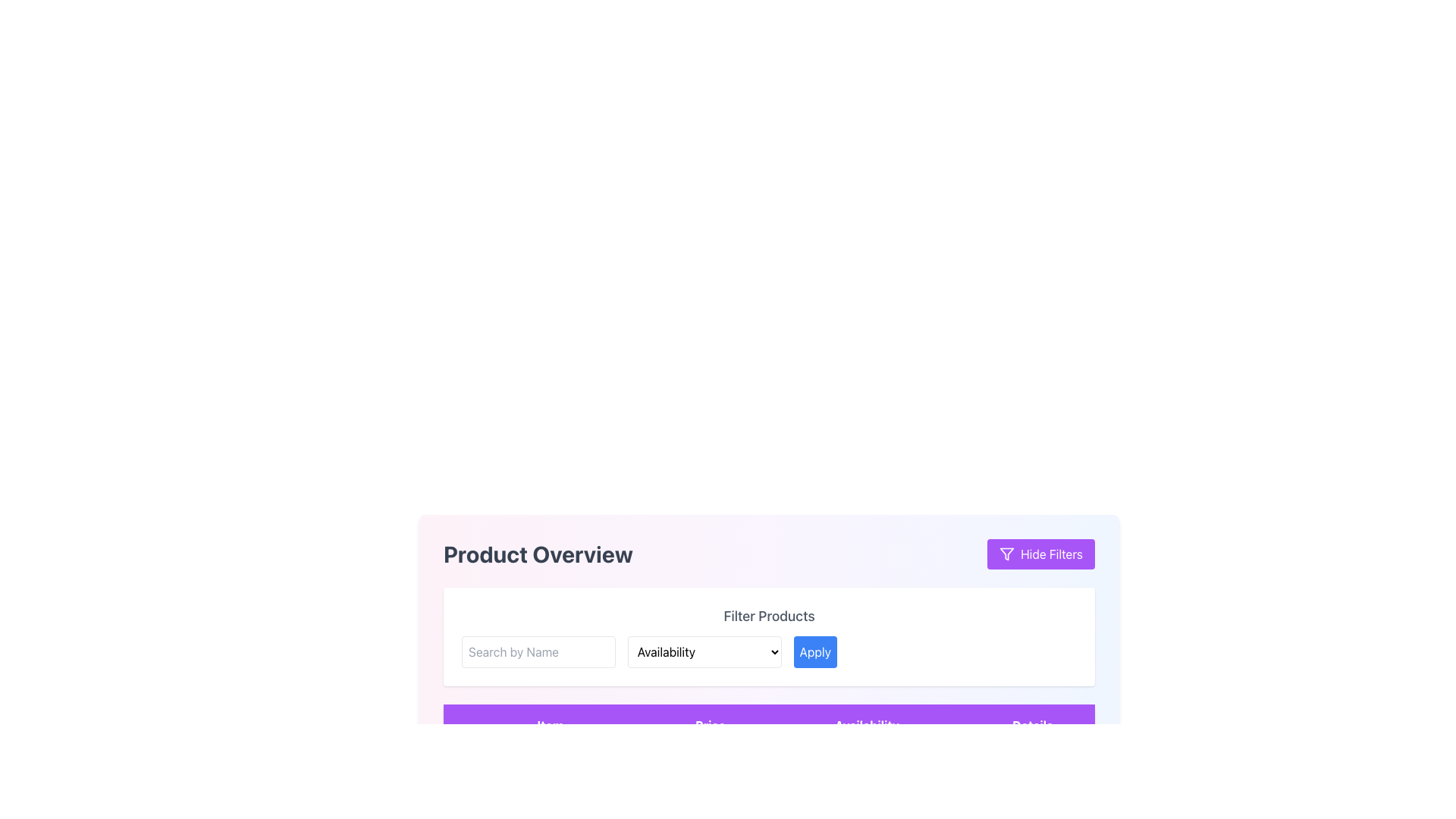 The width and height of the screenshot is (1456, 819). What do you see at coordinates (867, 724) in the screenshot?
I see `the static text label that serves as a header for availability information, positioned between the 'Price' and 'Details' labels` at bounding box center [867, 724].